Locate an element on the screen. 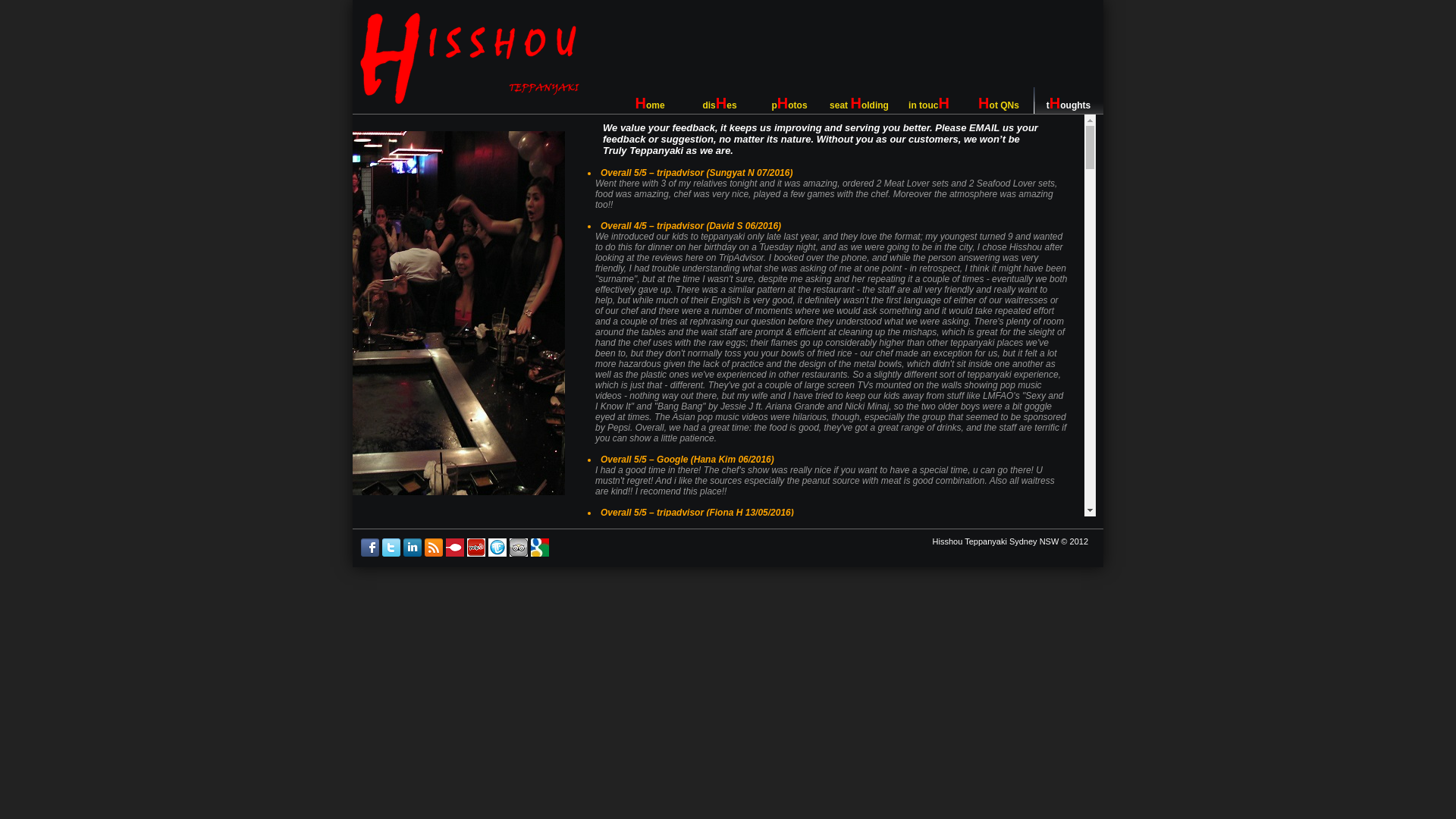 This screenshot has height=819, width=1456. 'fws' is located at coordinates (518, 553).